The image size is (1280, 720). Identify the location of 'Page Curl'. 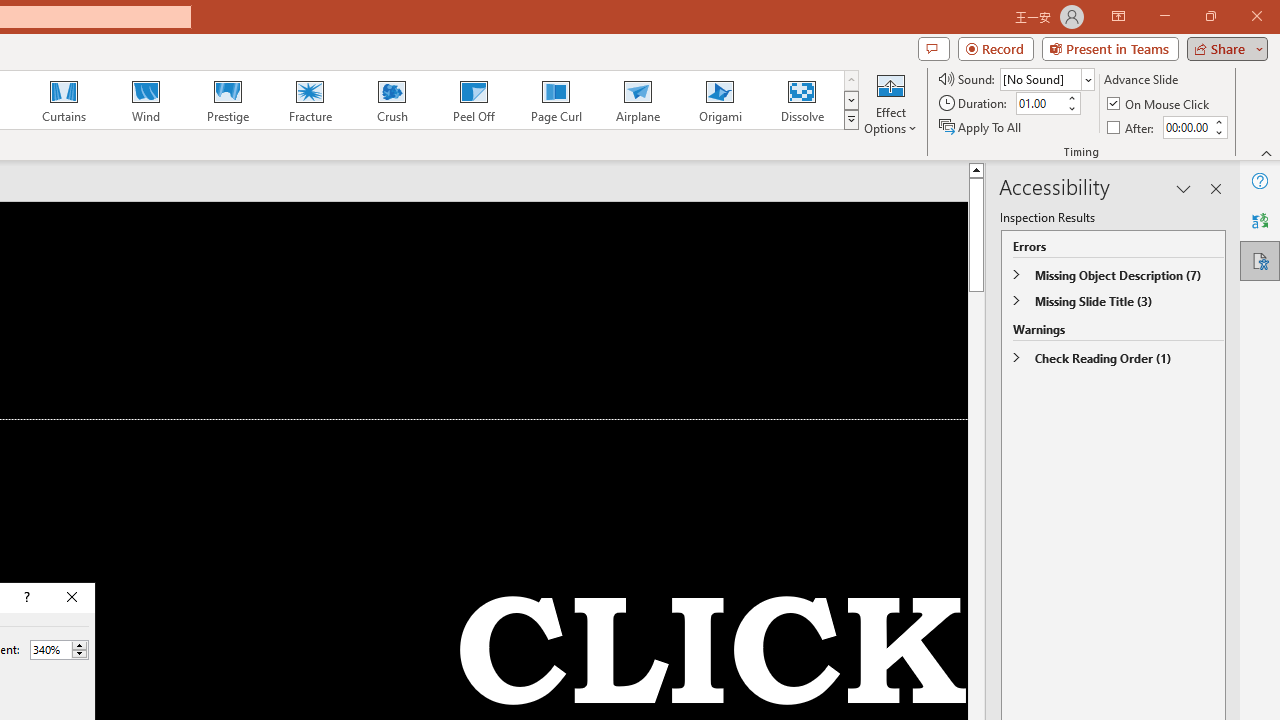
(555, 100).